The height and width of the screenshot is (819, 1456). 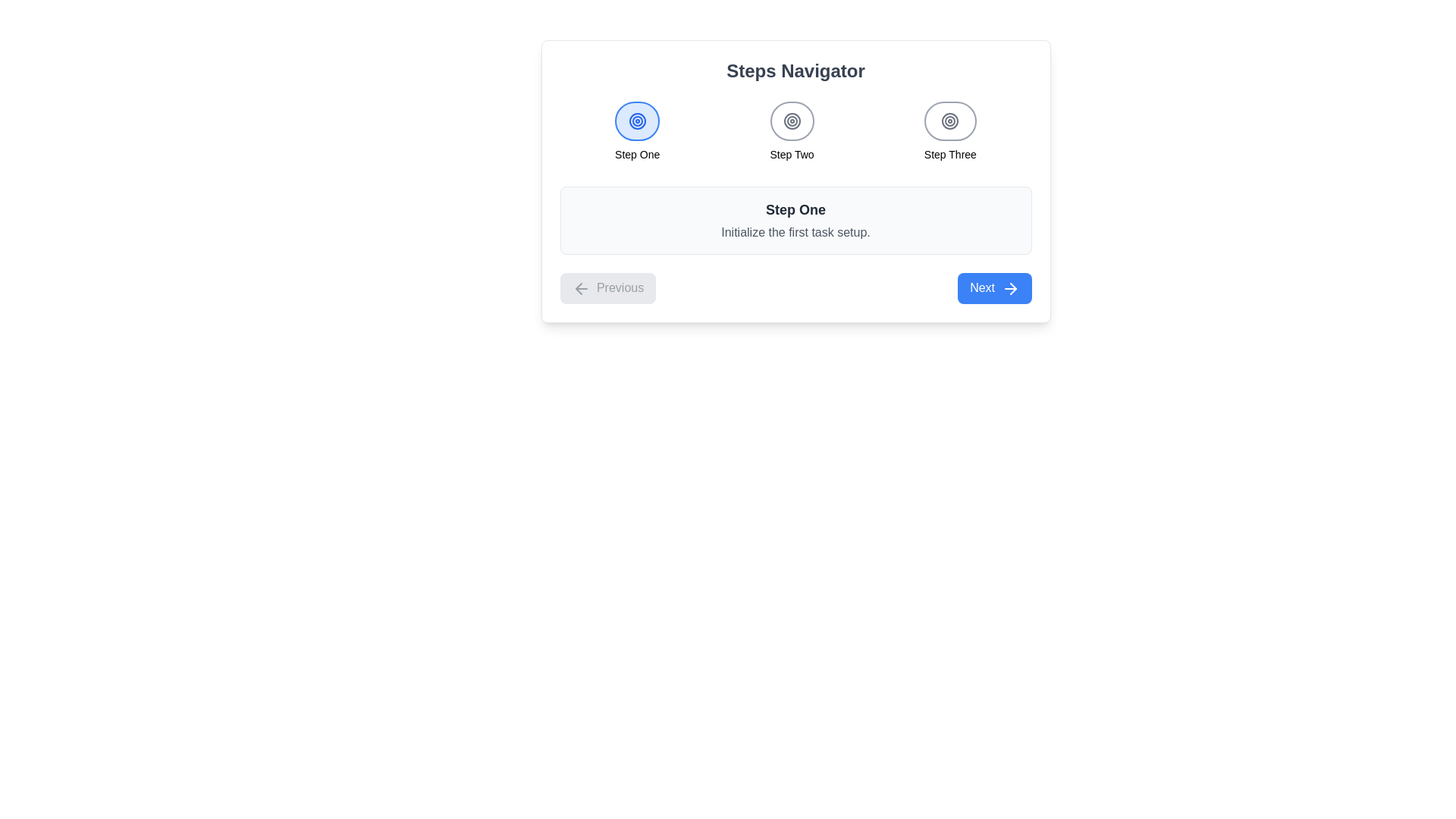 What do you see at coordinates (949, 130) in the screenshot?
I see `the Step indicator labeled 'Step Three', which visually represents the third step in the navigation process` at bounding box center [949, 130].